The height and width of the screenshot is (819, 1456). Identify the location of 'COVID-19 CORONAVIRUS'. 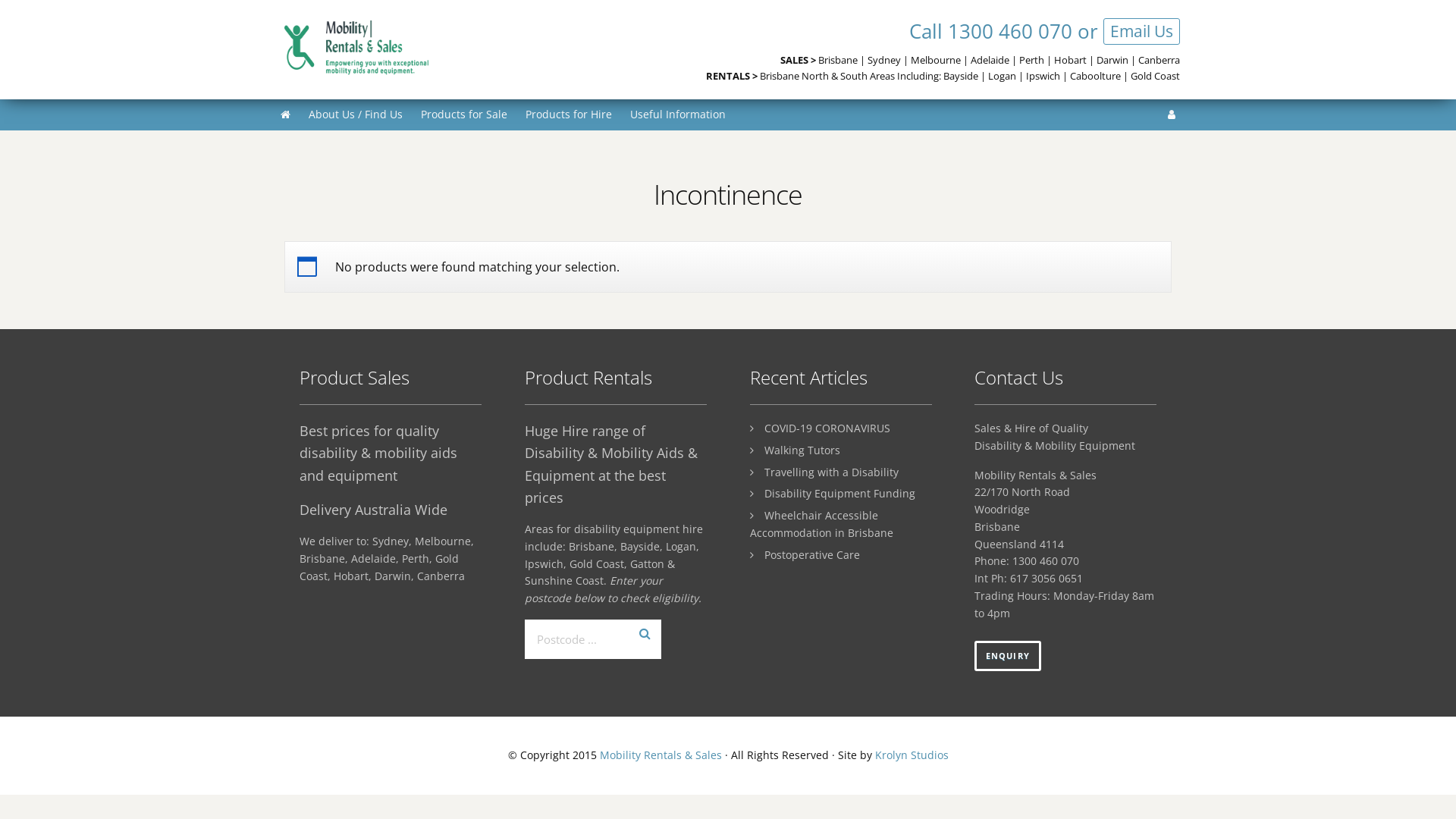
(764, 428).